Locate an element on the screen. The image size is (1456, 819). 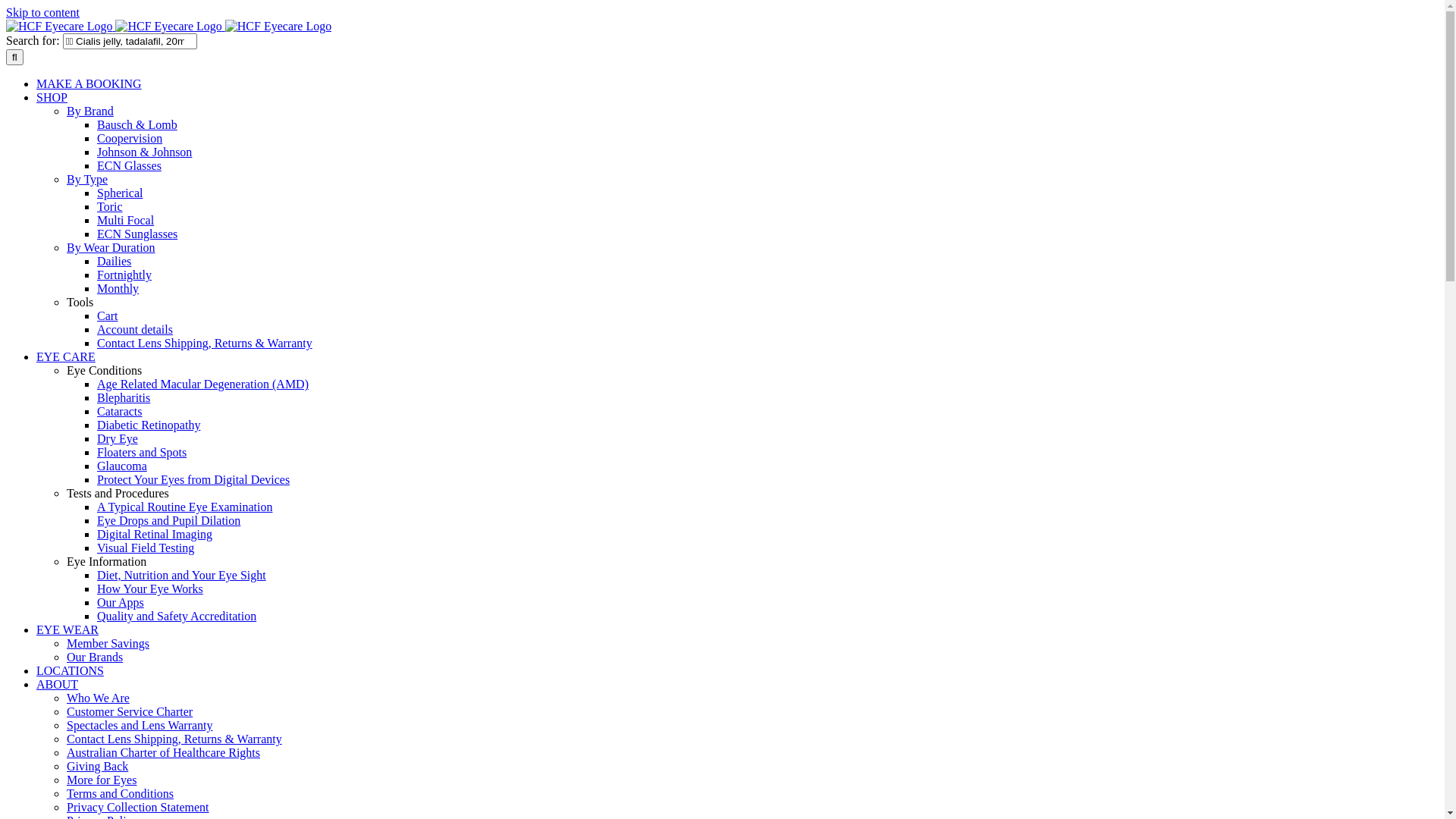
'By Type' is located at coordinates (65, 178).